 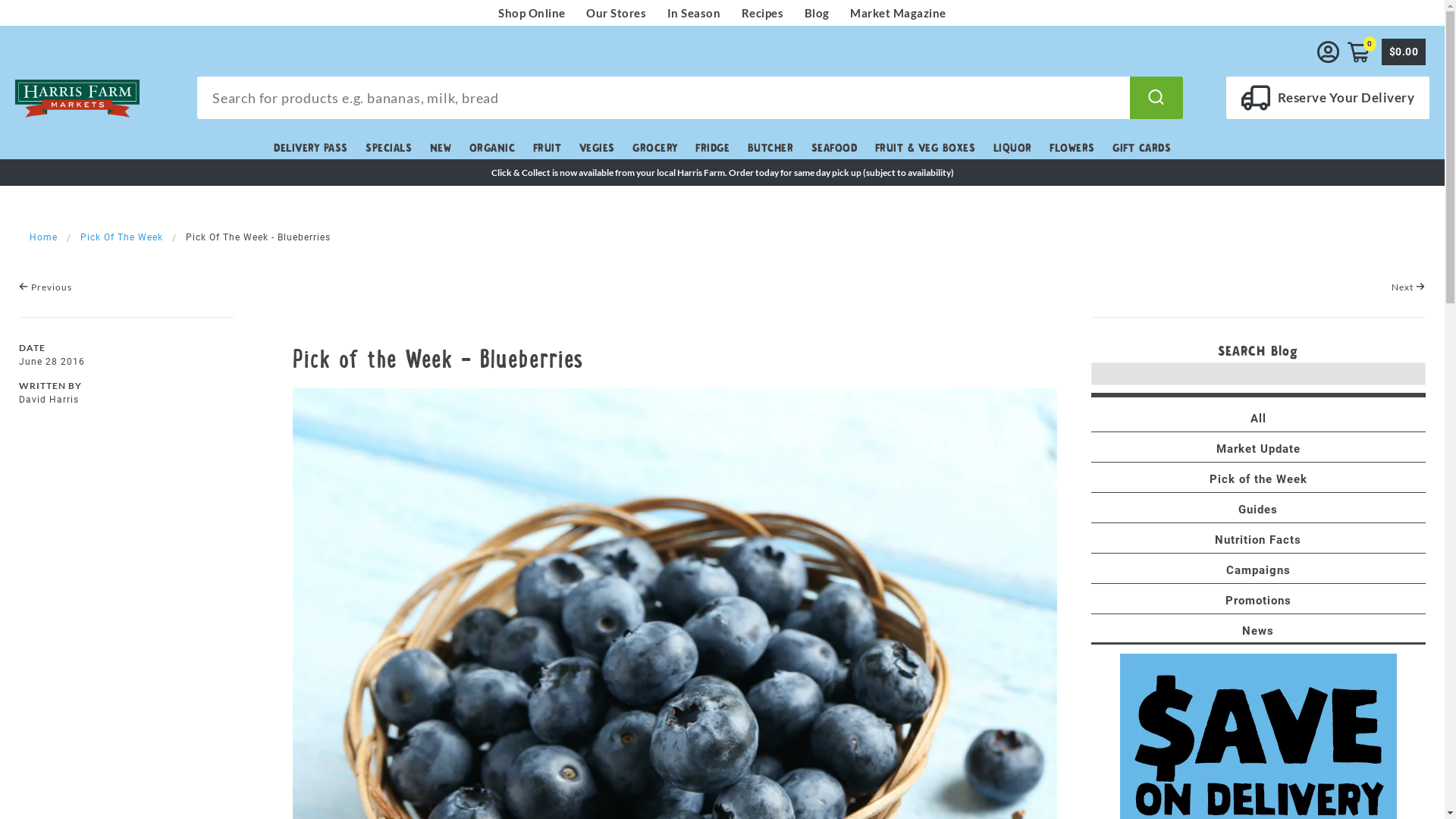 What do you see at coordinates (1012, 148) in the screenshot?
I see `'LIQUOR'` at bounding box center [1012, 148].